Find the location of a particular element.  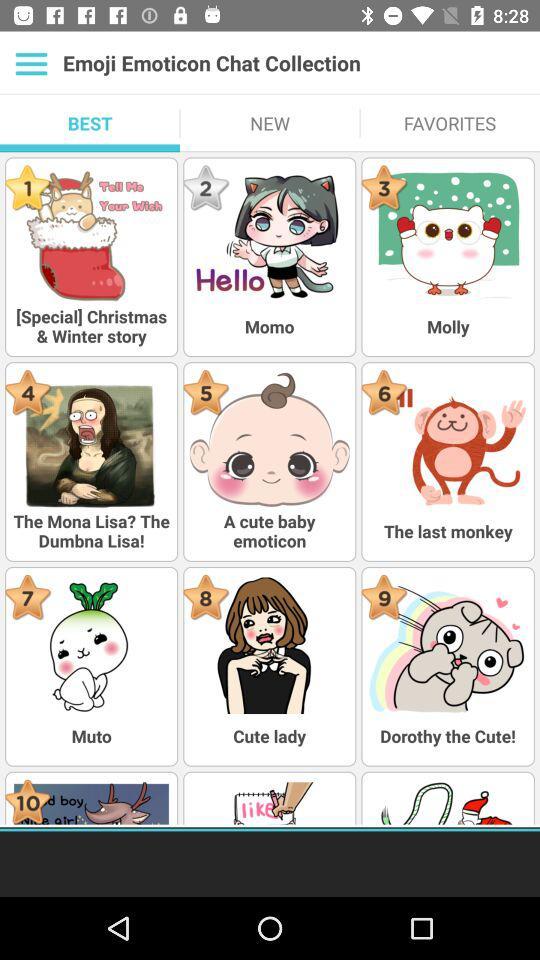

the favorites icon is located at coordinates (449, 122).